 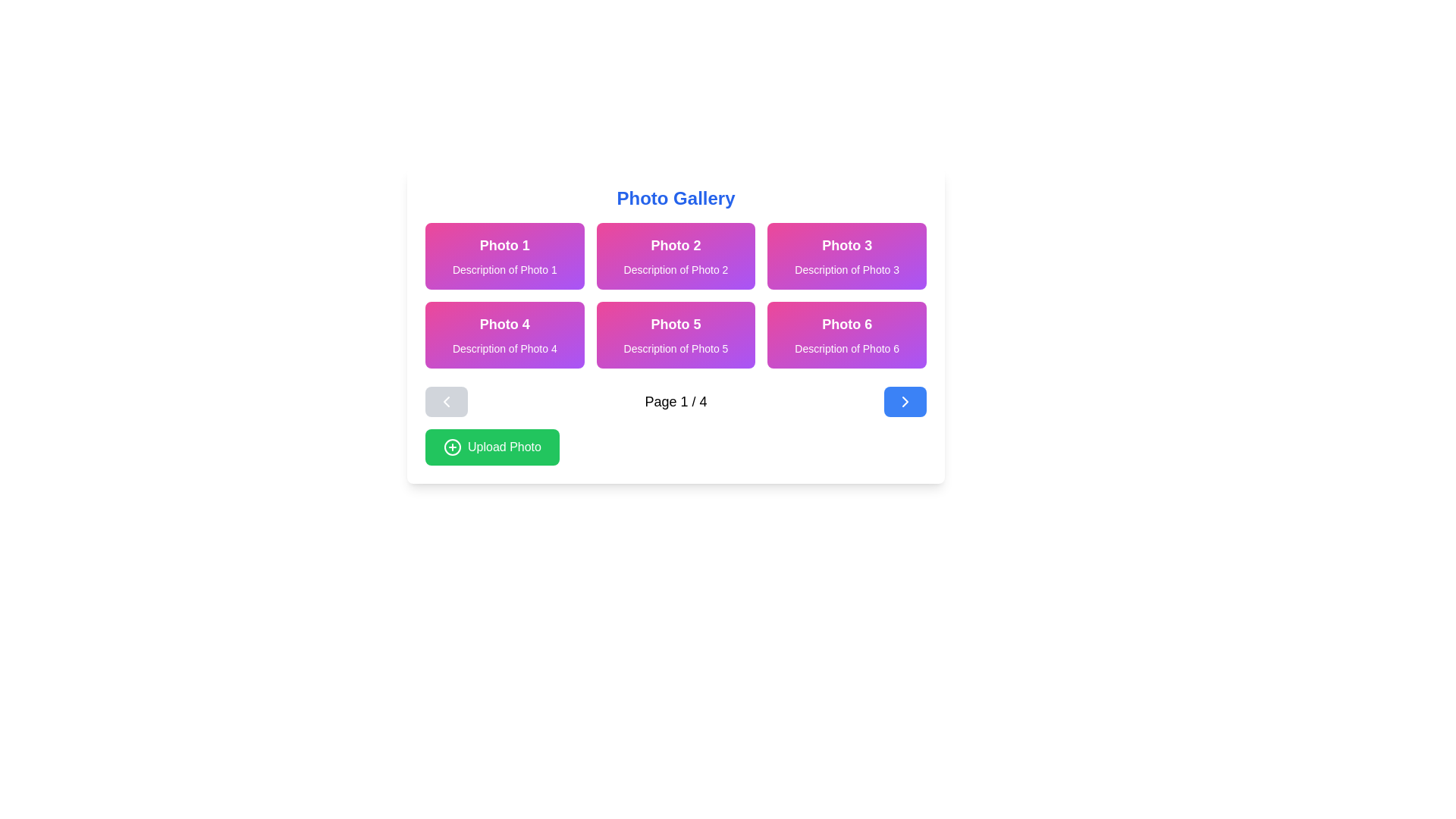 I want to click on the right-pointing chevron icon located within the small blue circular button in the bottom-right corner of the interface, so click(x=905, y=400).